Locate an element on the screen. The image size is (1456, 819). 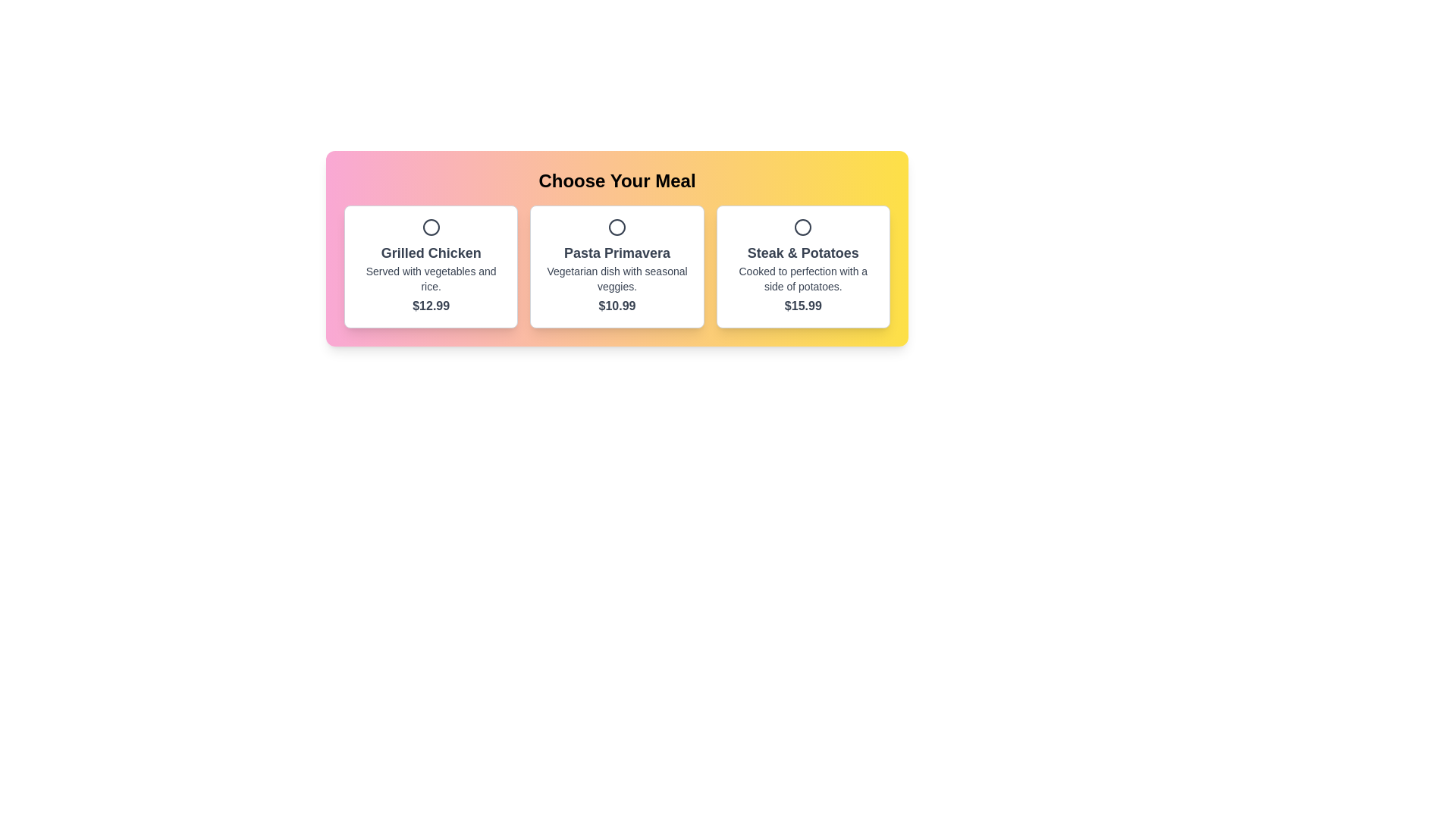
the radio button for the 'Pasta Primavera' meal option, located centrally within the selection card, positioned between 'Grilled Chicken' and 'Steak & Potatoes' is located at coordinates (617, 227).